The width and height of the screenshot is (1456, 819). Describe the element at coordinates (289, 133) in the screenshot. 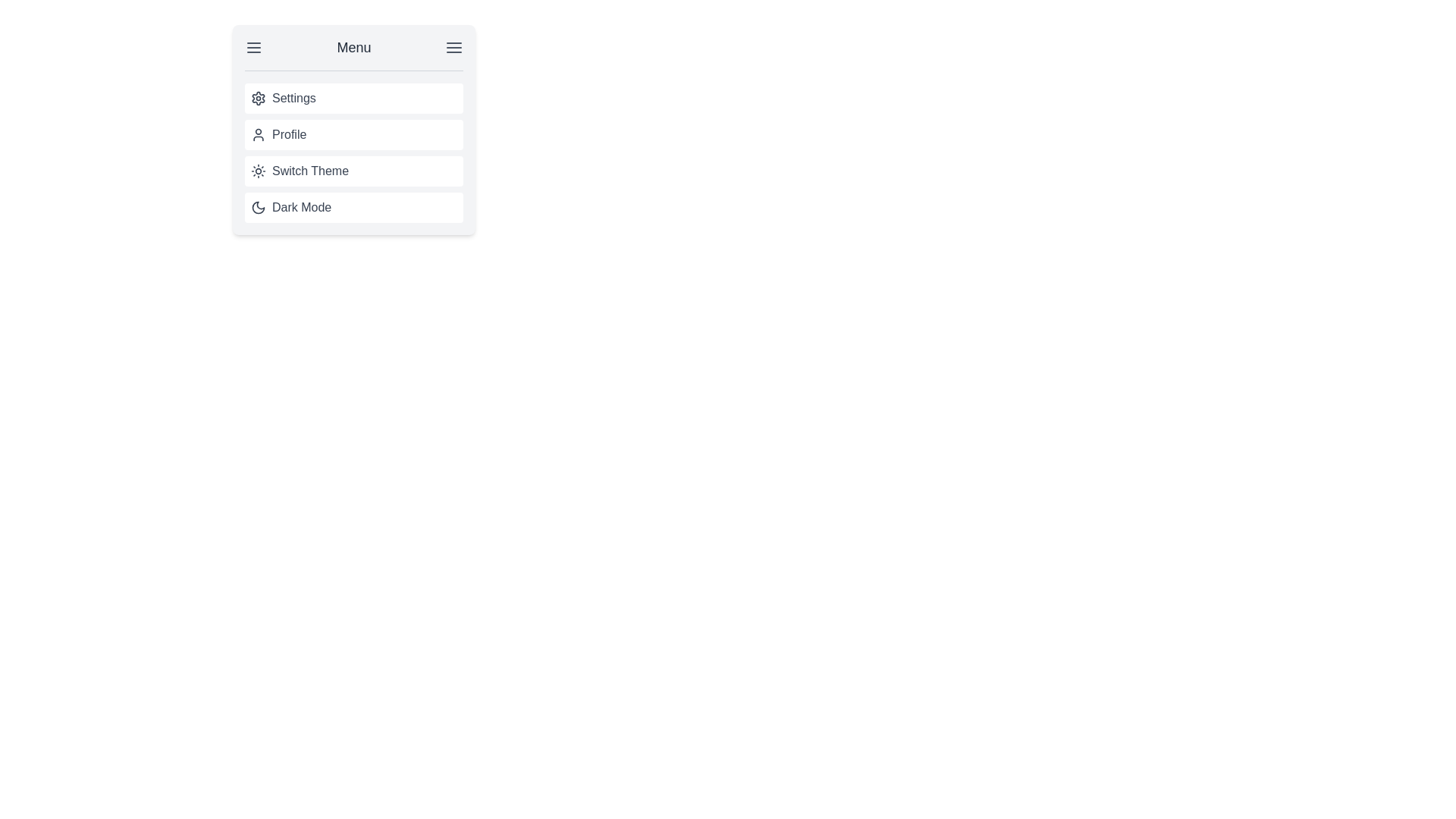

I see `'Profile' text label located under the 'Settings' menu option to understand its purpose` at that location.